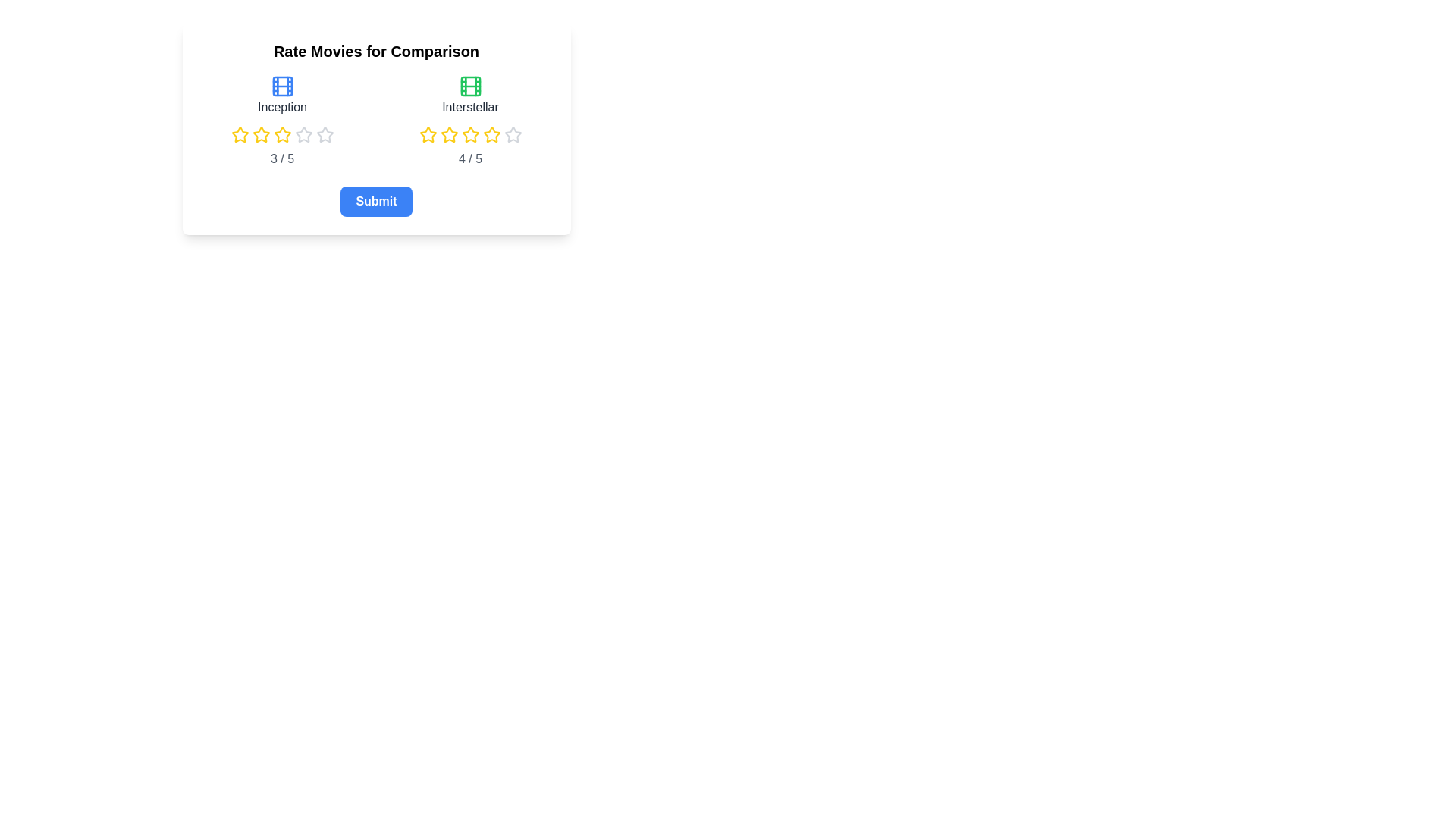  What do you see at coordinates (230, 133) in the screenshot?
I see `the rating for a movie by clicking on the star corresponding to 1 stars` at bounding box center [230, 133].